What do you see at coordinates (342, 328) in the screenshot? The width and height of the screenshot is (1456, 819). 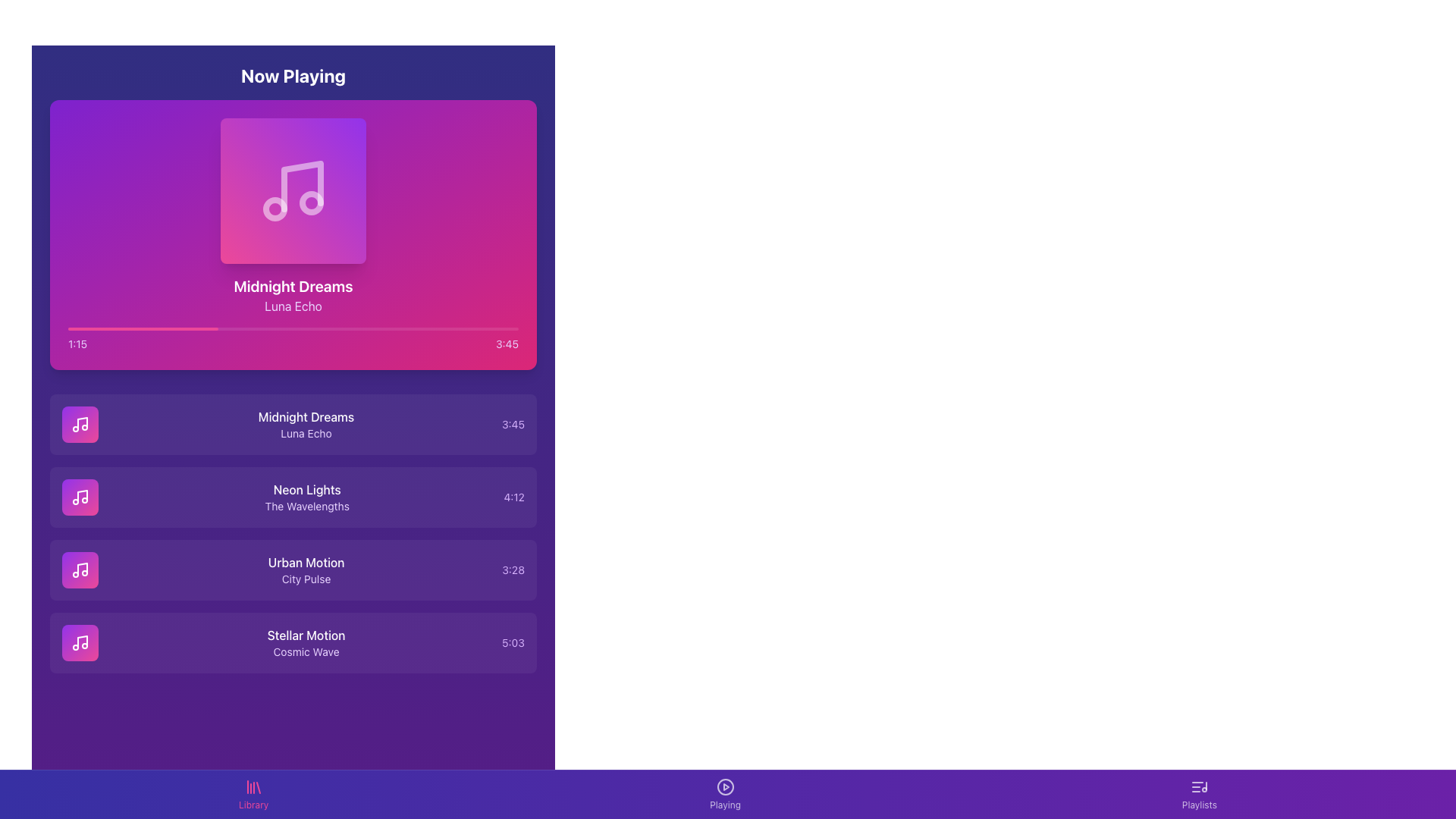 I see `the slider` at bounding box center [342, 328].